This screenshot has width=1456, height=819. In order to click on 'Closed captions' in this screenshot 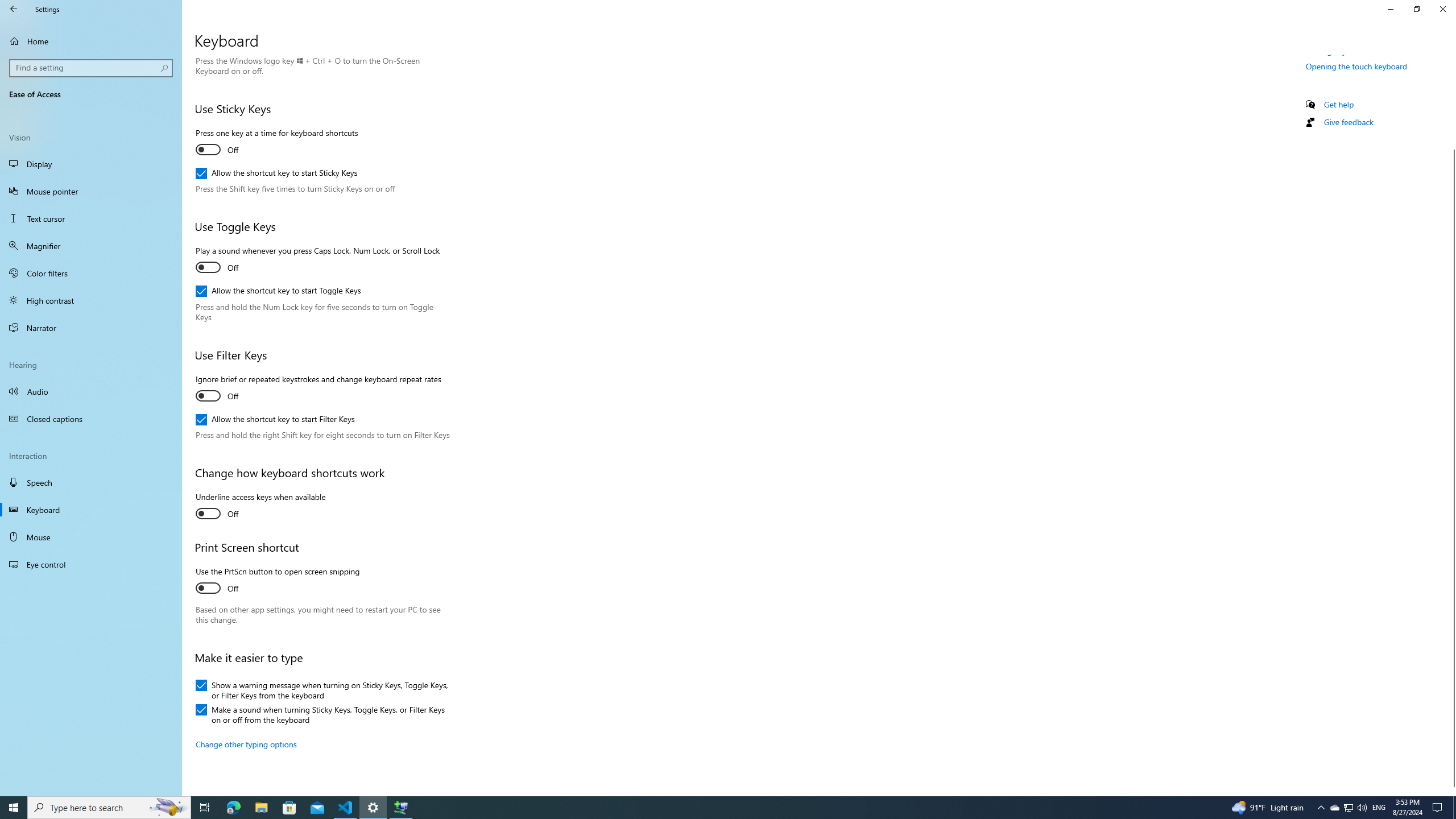, I will do `click(90, 418)`.